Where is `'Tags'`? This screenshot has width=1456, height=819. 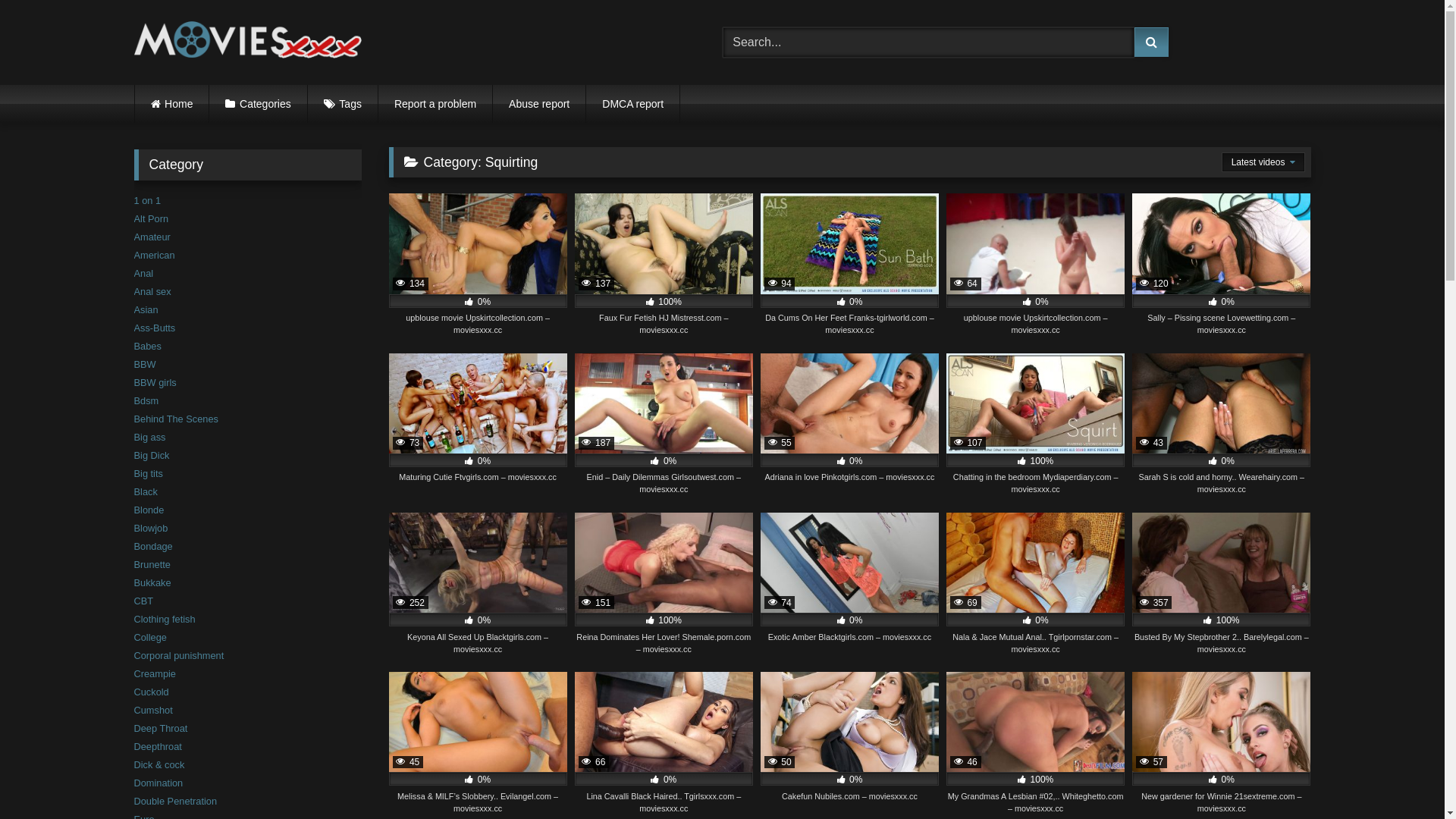 'Tags' is located at coordinates (341, 103).